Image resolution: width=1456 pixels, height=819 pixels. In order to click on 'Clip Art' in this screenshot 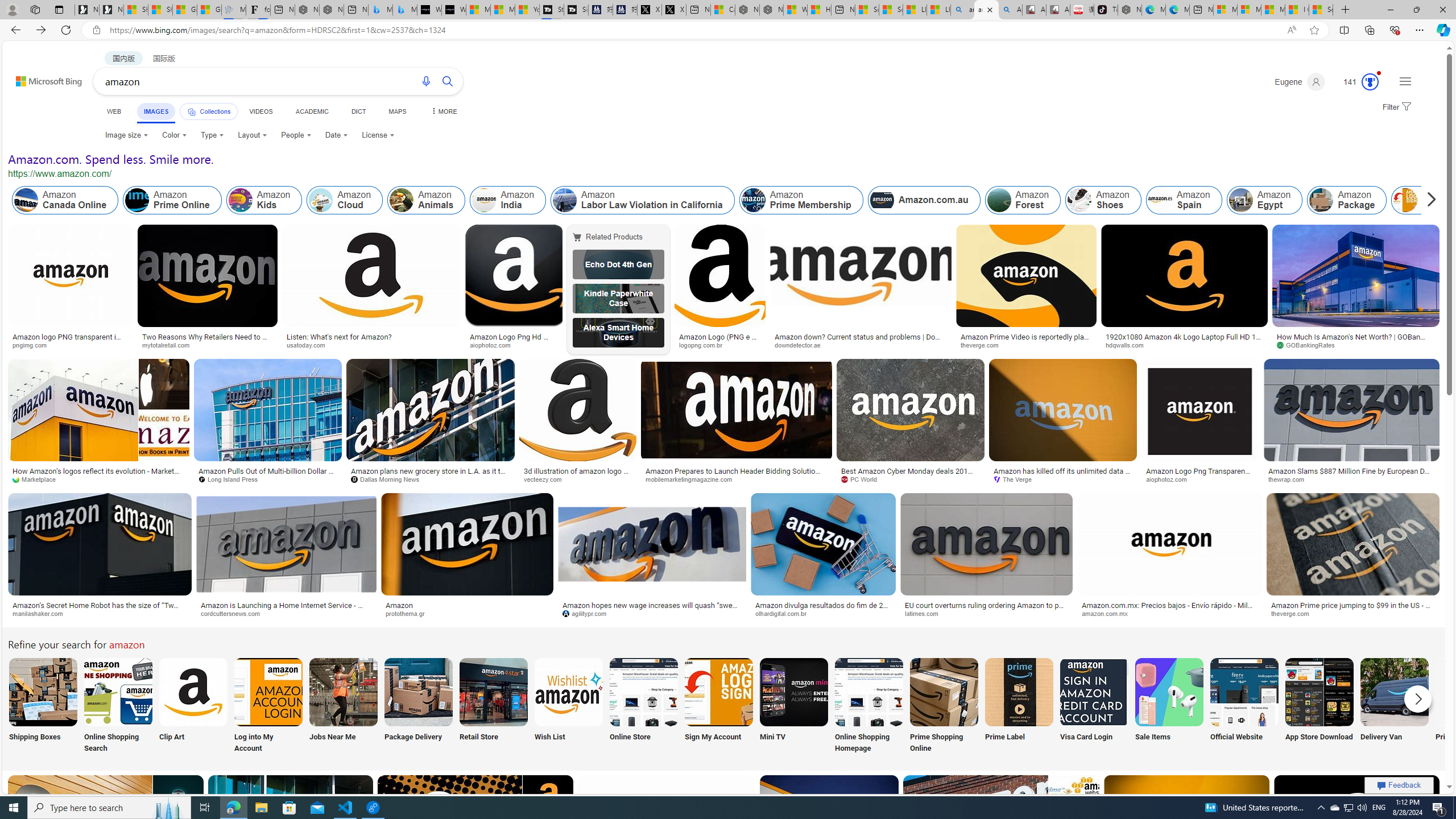, I will do `click(192, 706)`.